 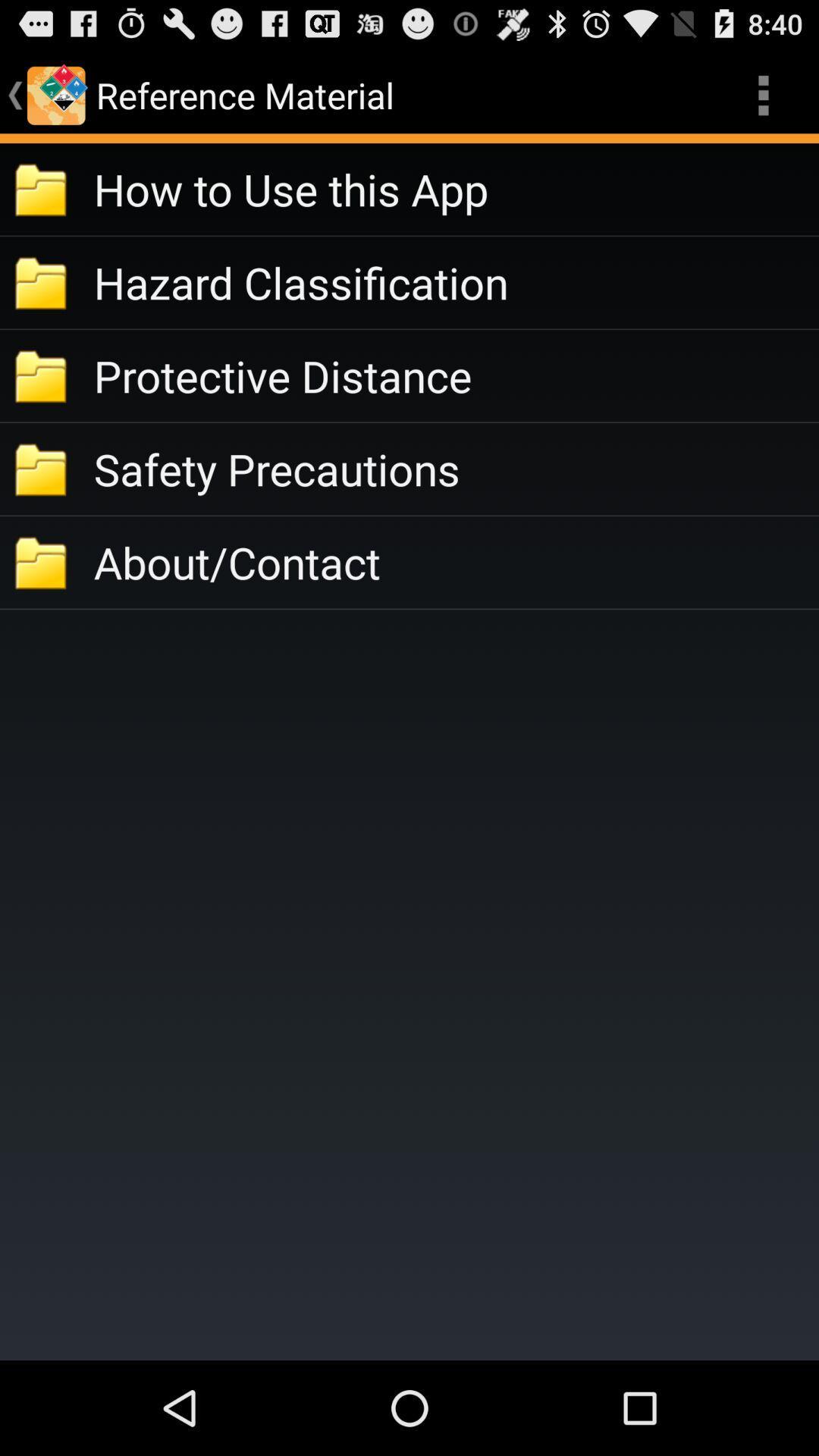 I want to click on protective distance app, so click(x=455, y=375).